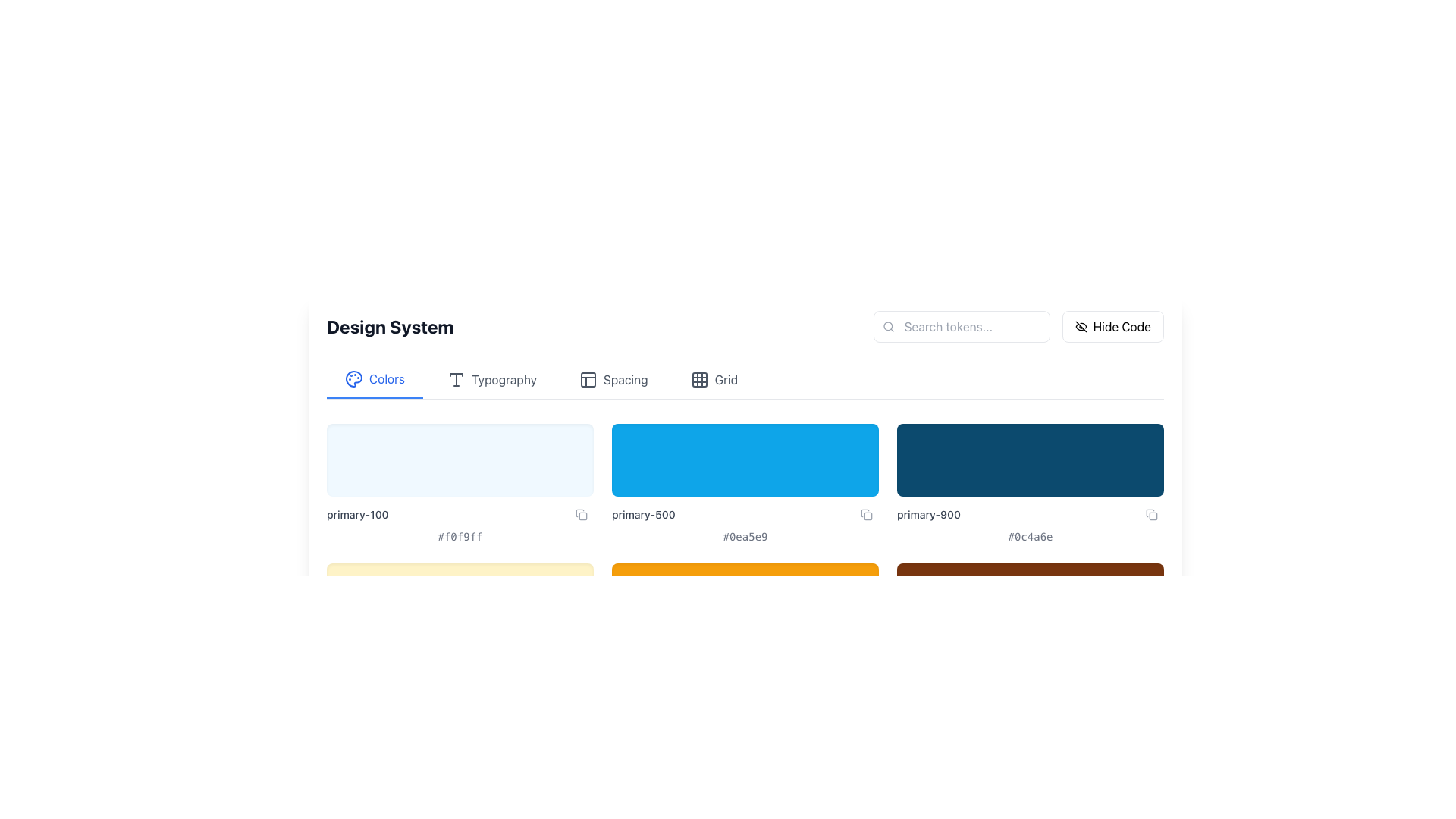  What do you see at coordinates (375, 379) in the screenshot?
I see `the 'Colors' navigation tab, which is styled with bold blue text and an active blue underline, located in the upper-left section of the interface` at bounding box center [375, 379].